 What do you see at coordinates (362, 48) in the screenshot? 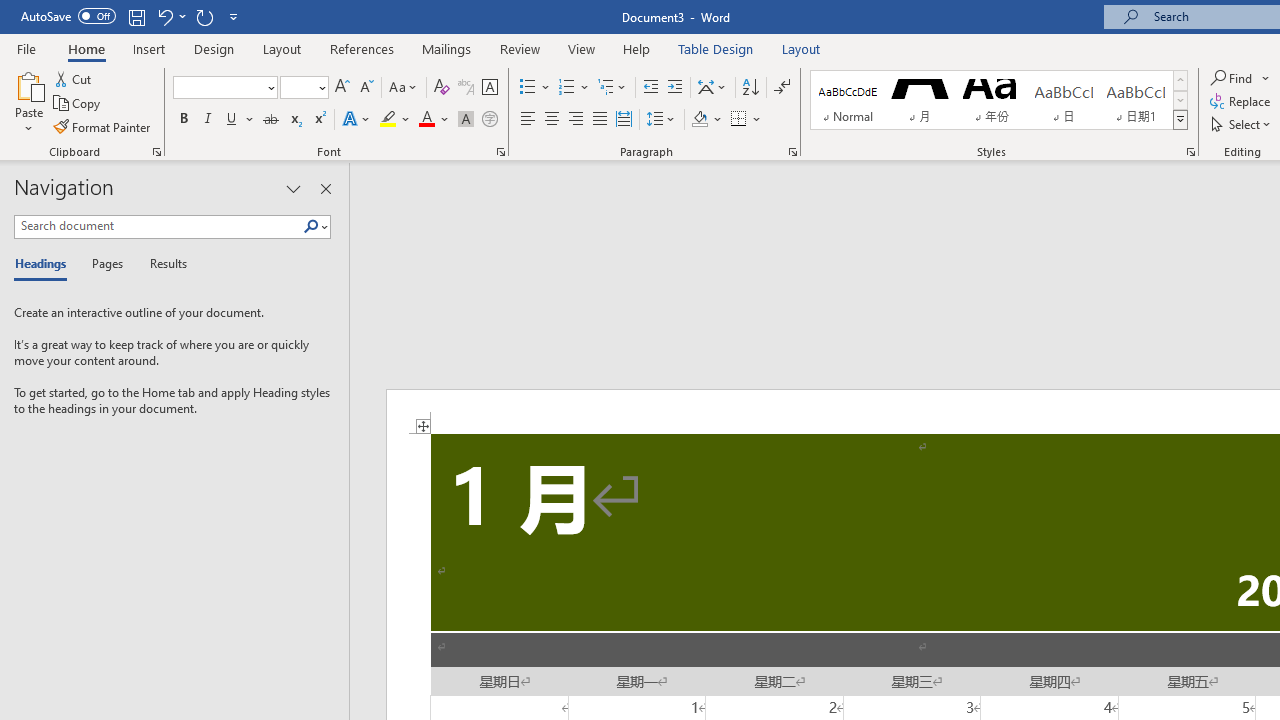
I see `'References'` at bounding box center [362, 48].